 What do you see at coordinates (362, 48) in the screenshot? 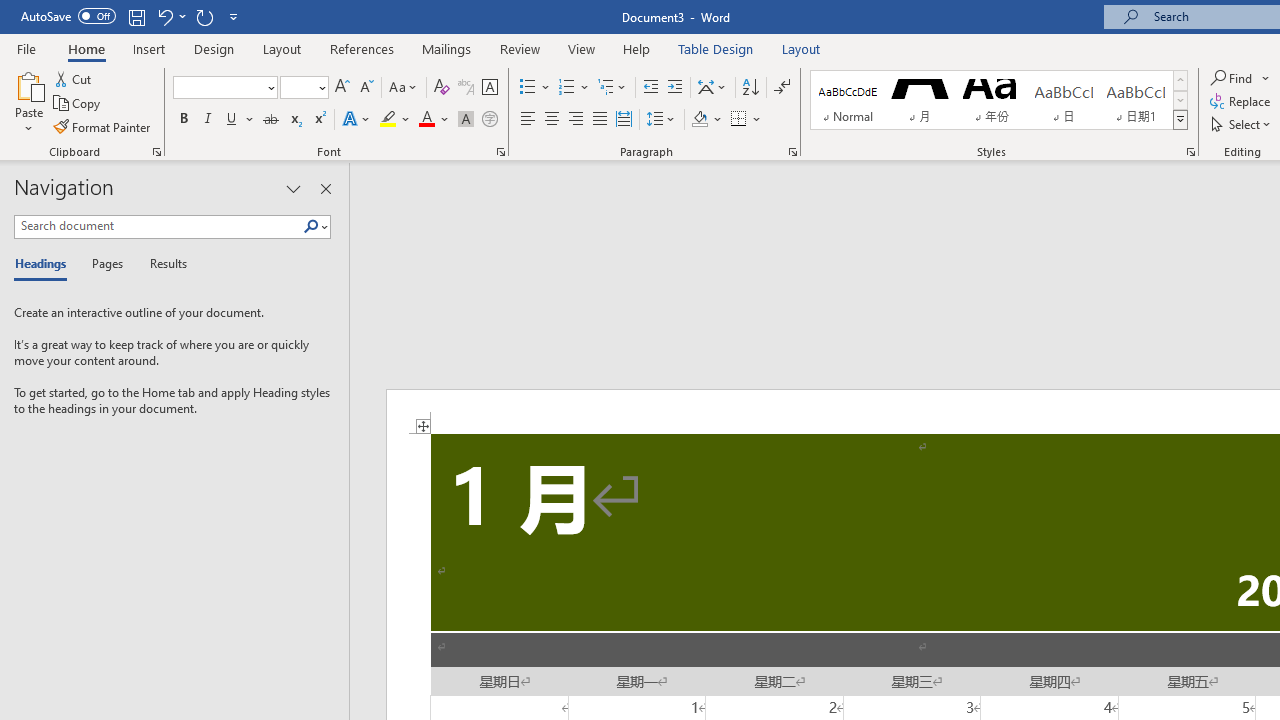
I see `'References'` at bounding box center [362, 48].